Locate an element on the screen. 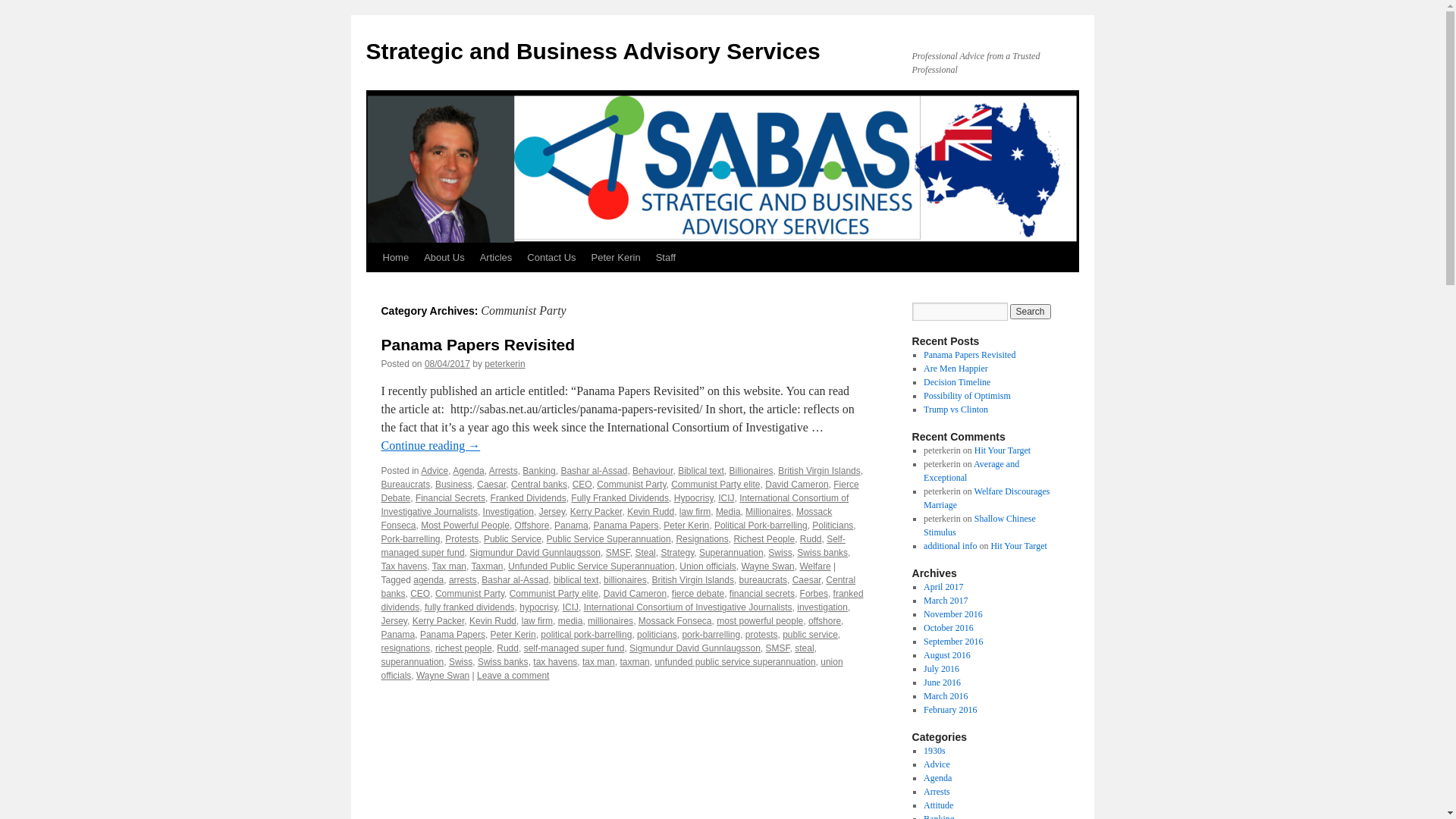  'bureaucrats' is located at coordinates (763, 579).